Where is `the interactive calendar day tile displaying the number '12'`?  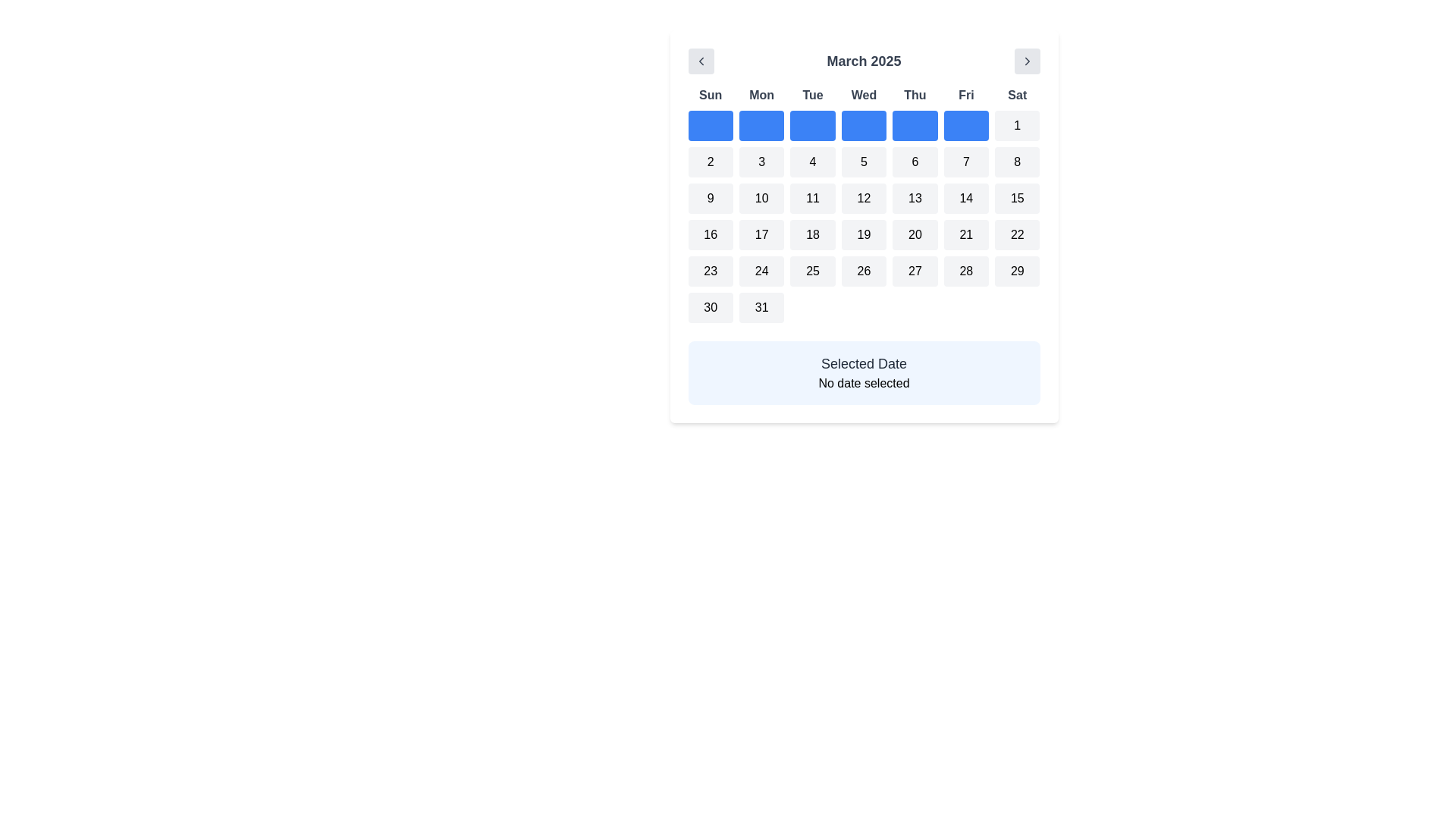
the interactive calendar day tile displaying the number '12' is located at coordinates (864, 198).